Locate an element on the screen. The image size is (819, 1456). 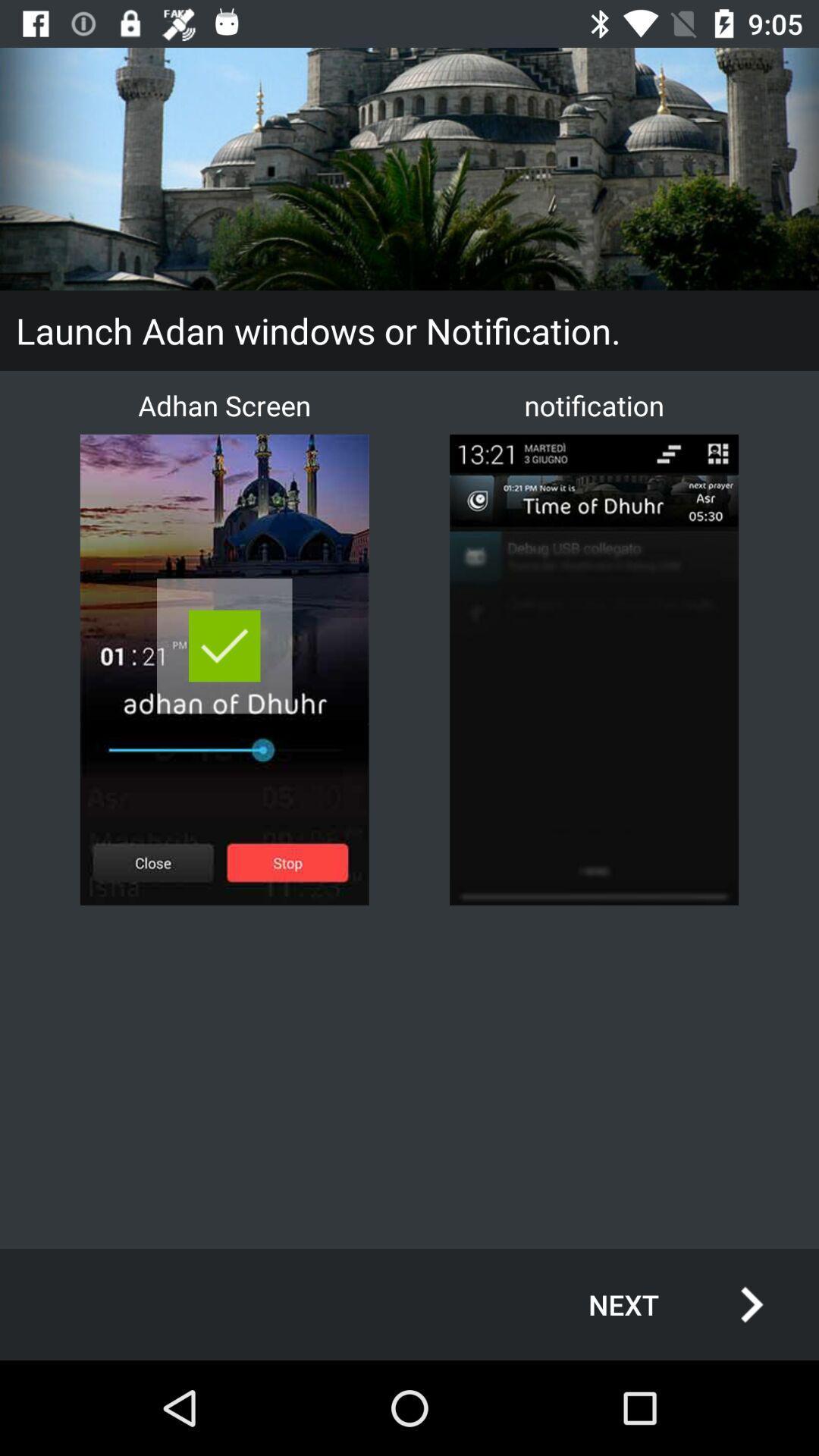
the next is located at coordinates (659, 1304).